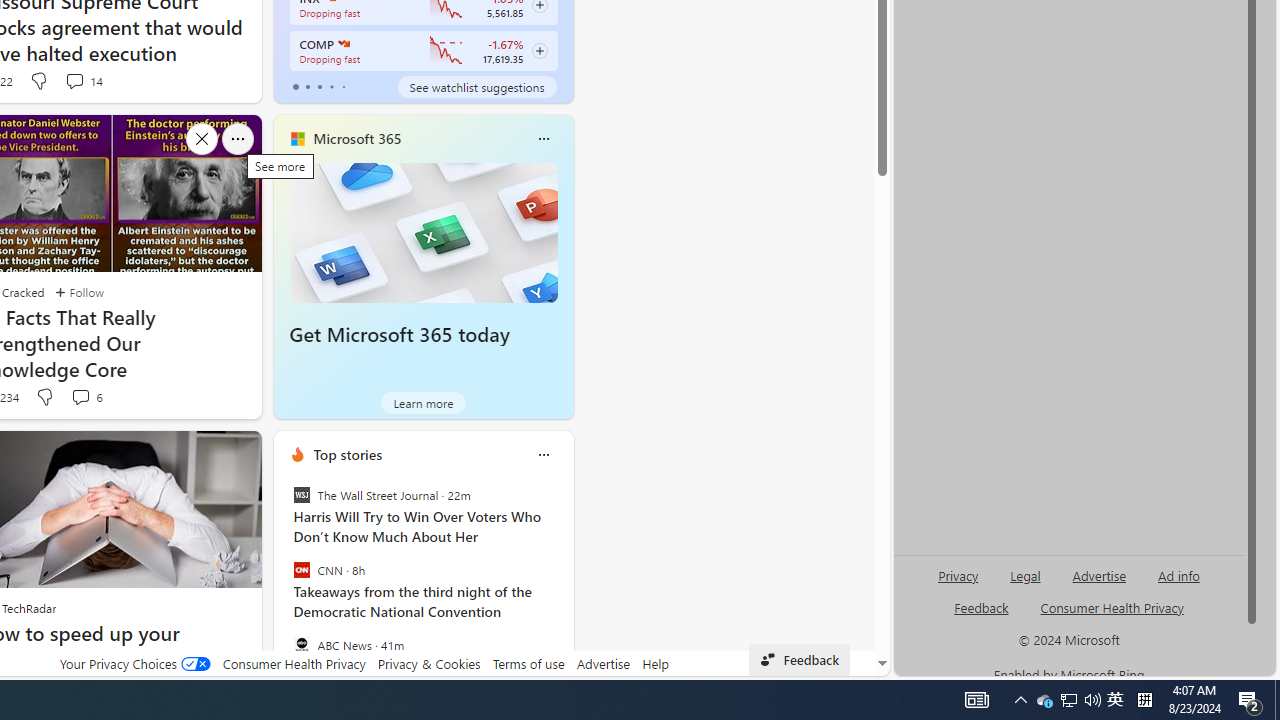 This screenshot has width=1280, height=720. I want to click on 'View comments 6 Comment', so click(80, 397).